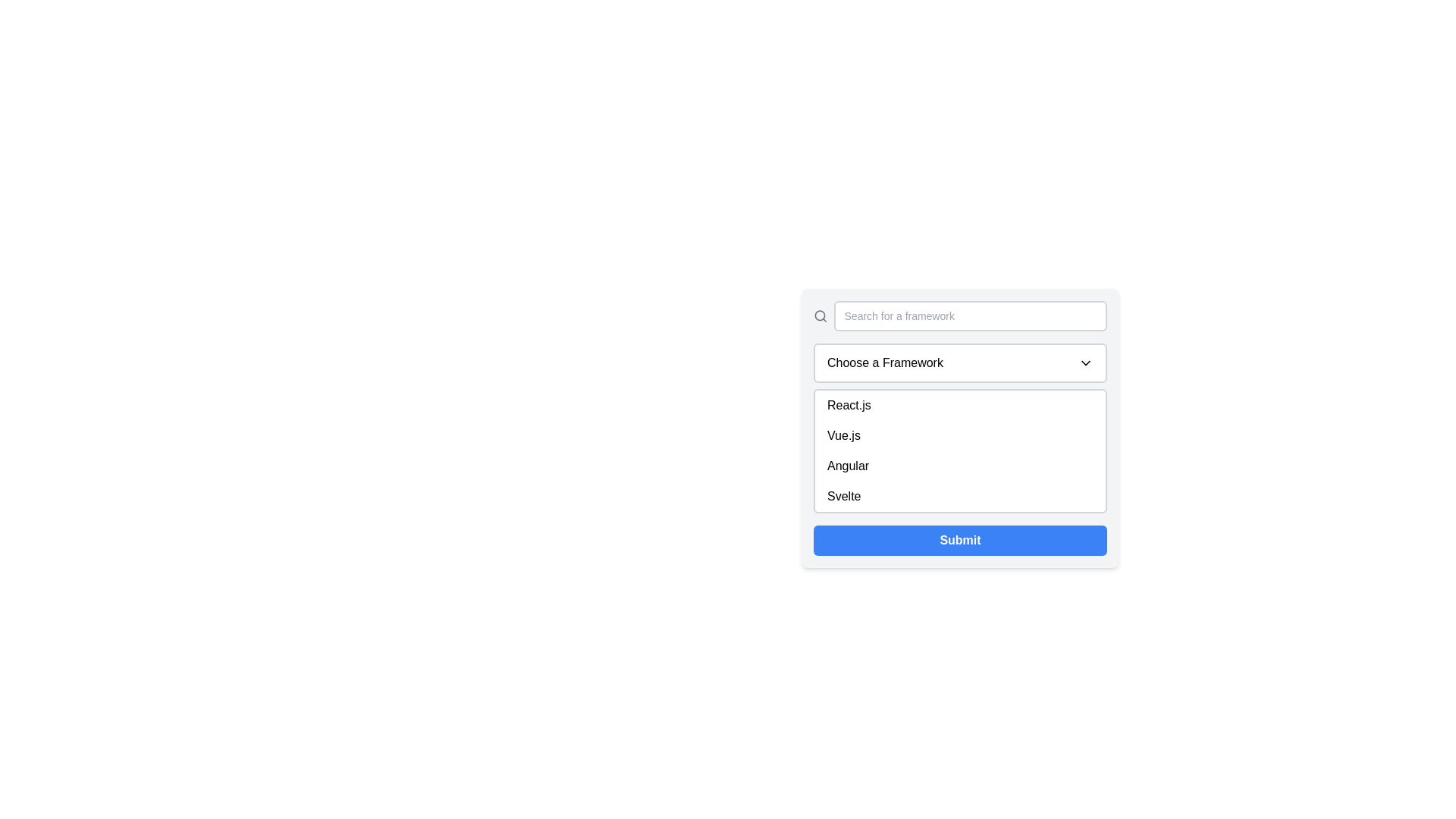 Image resolution: width=1456 pixels, height=819 pixels. I want to click on the magnifying glass icon, which is styled with a thin outline and rounded edges, located to the far left of the search input field labeled 'Search for a framework', so click(820, 315).